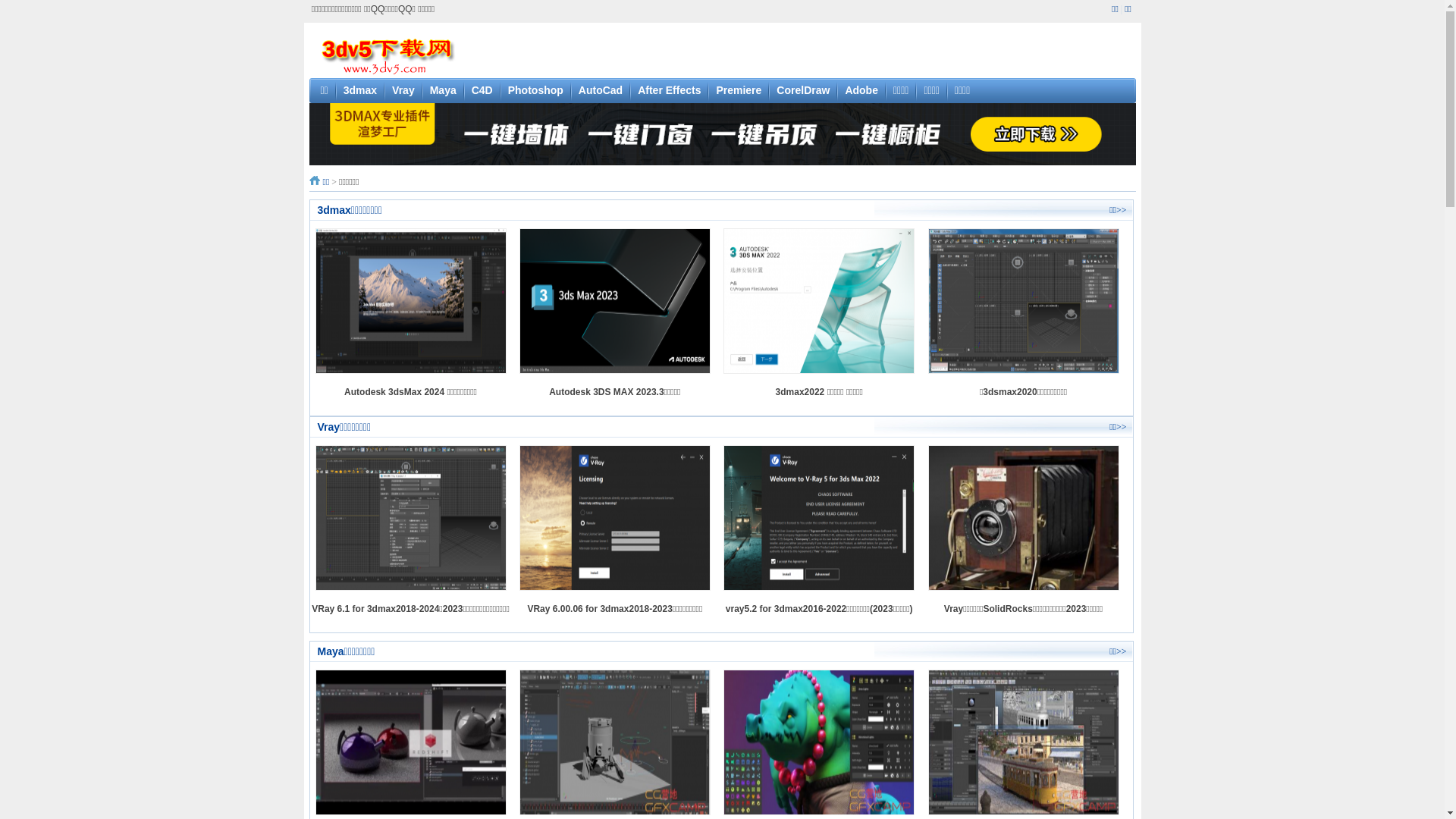 Image resolution: width=1456 pixels, height=819 pixels. I want to click on 'AutoCad', so click(578, 90).